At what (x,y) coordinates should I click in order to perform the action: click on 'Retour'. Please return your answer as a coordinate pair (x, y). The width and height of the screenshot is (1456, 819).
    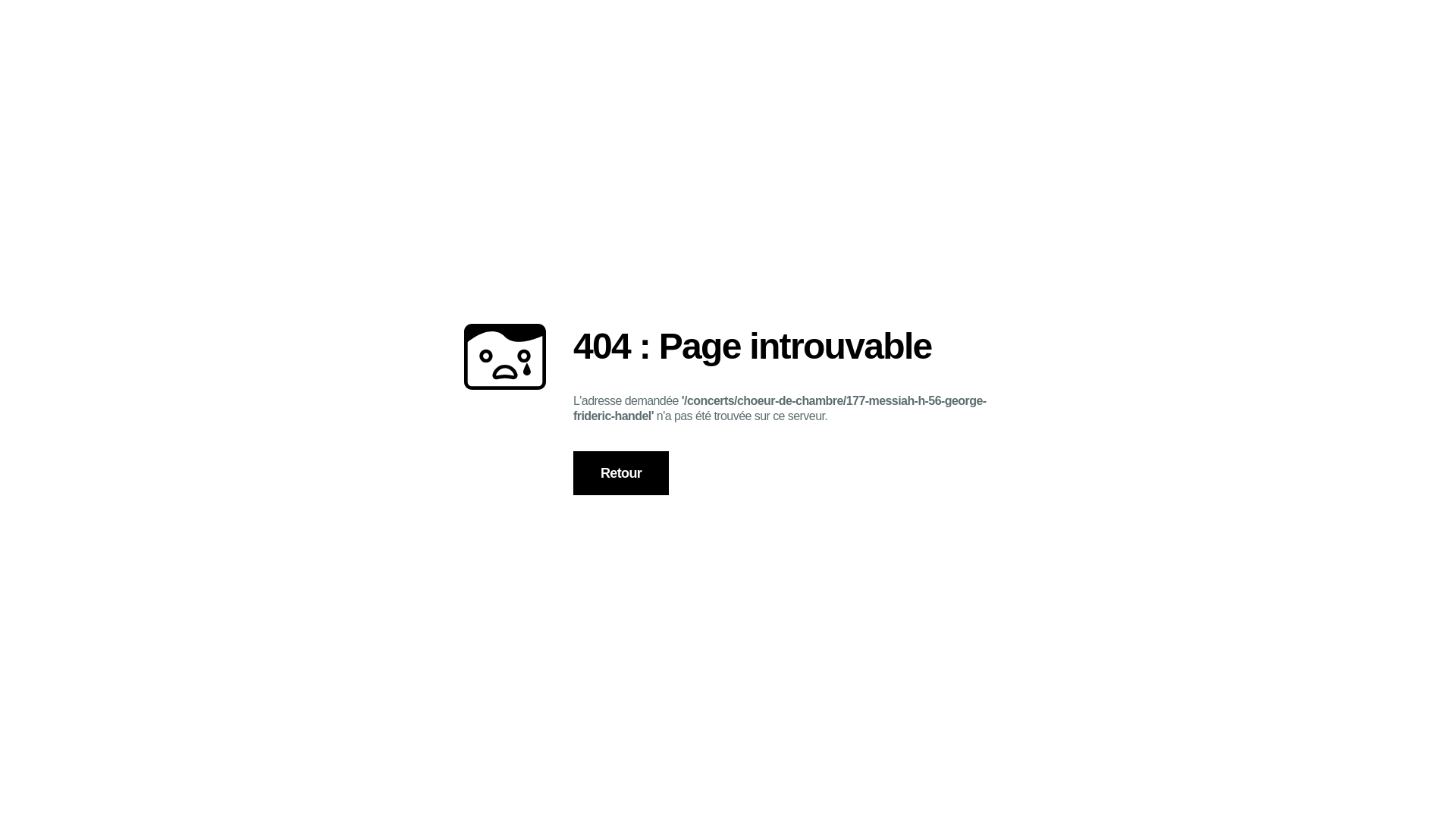
    Looking at the image, I should click on (621, 472).